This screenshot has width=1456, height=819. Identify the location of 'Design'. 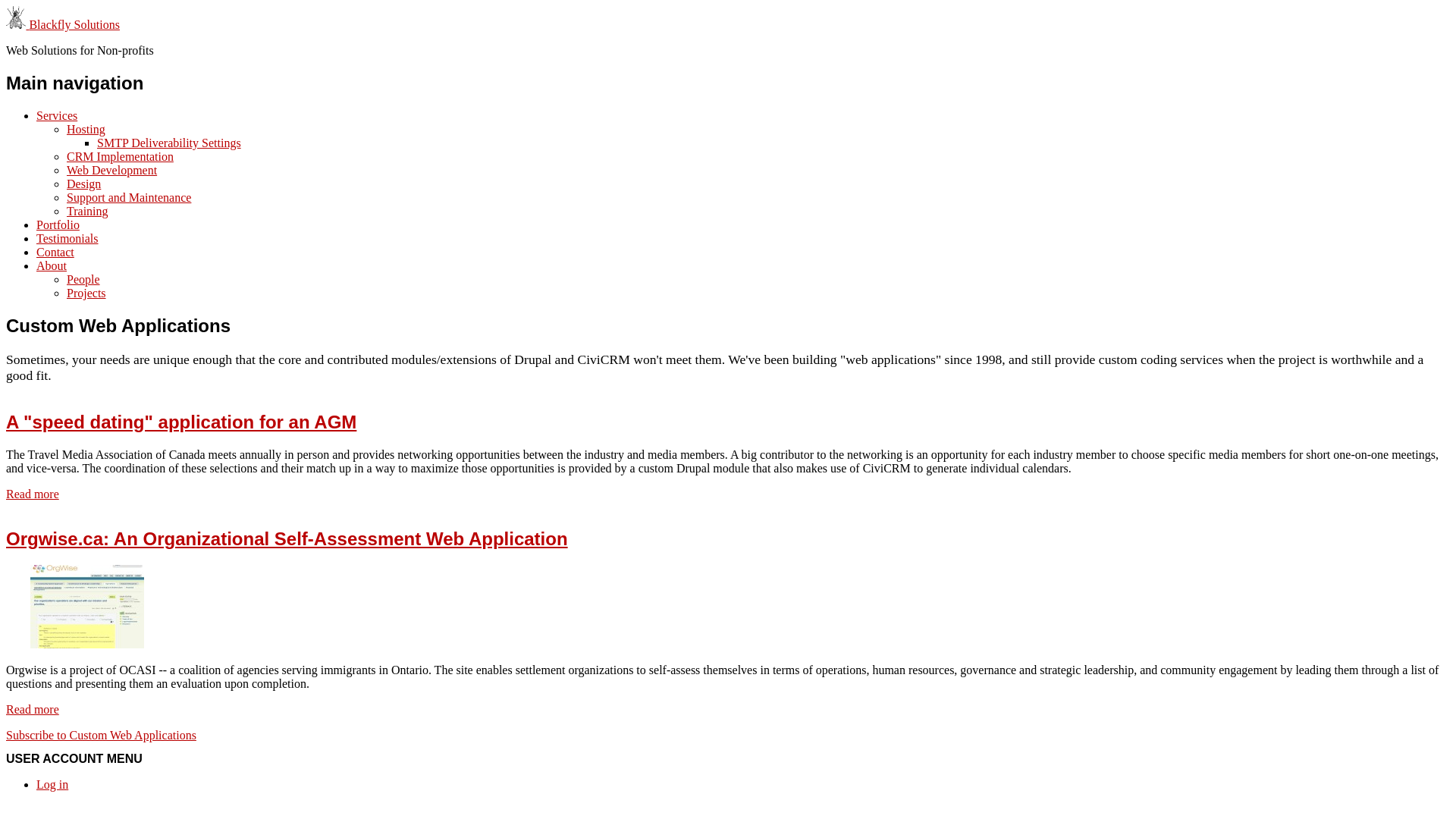
(83, 183).